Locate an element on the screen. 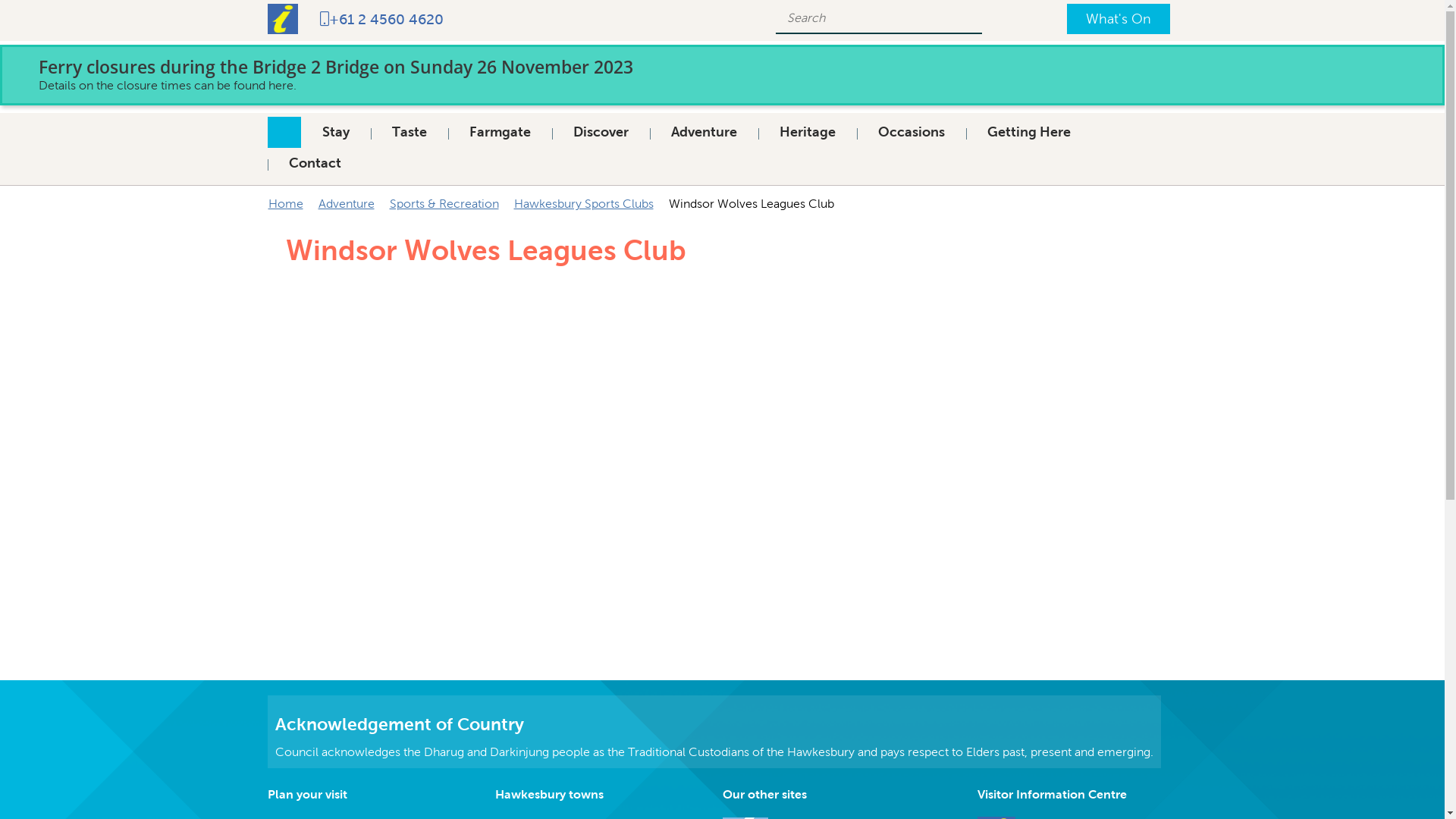 The width and height of the screenshot is (1456, 819). 'Home' is located at coordinates (284, 131).